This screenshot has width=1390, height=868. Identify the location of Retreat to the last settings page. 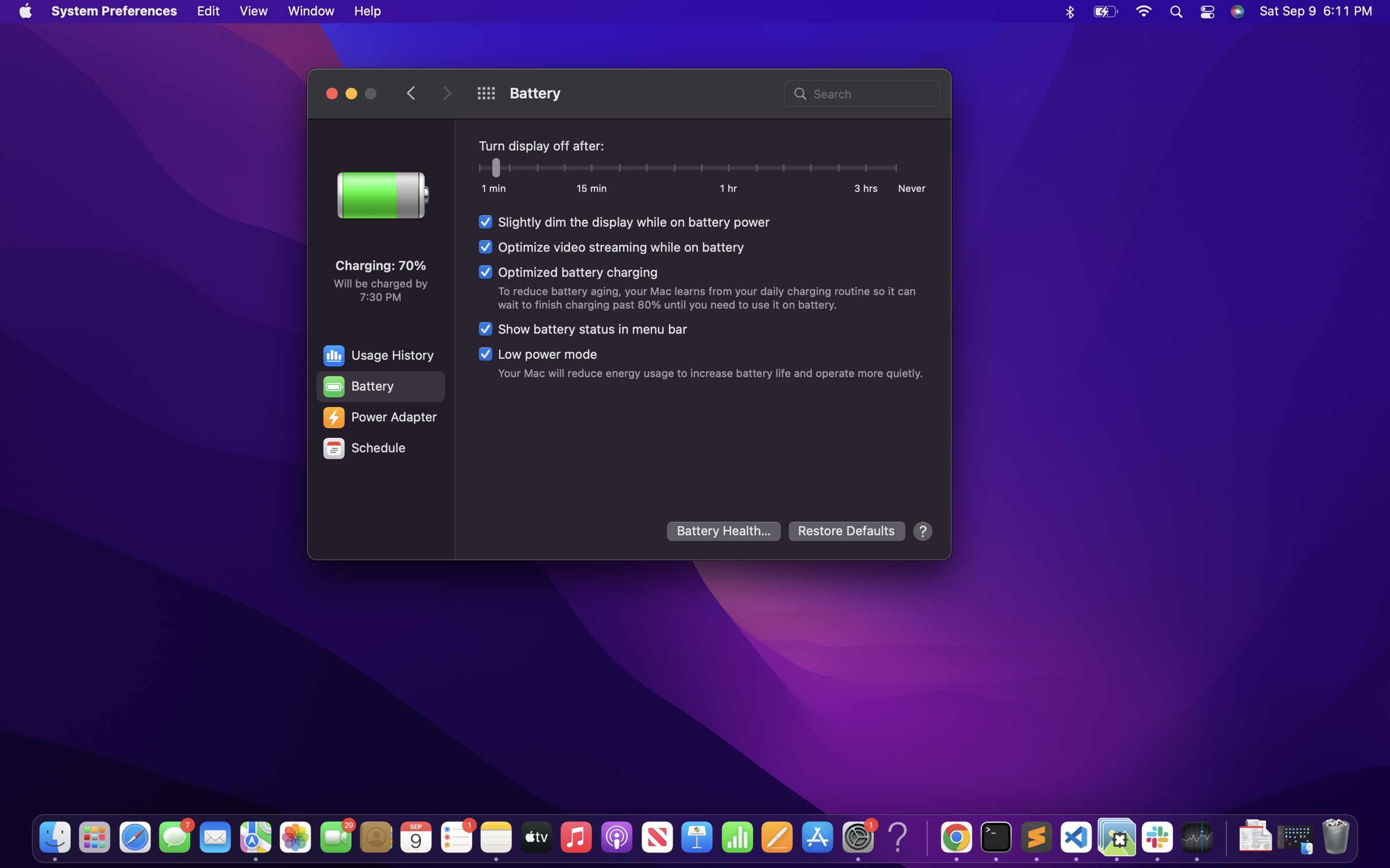
(412, 92).